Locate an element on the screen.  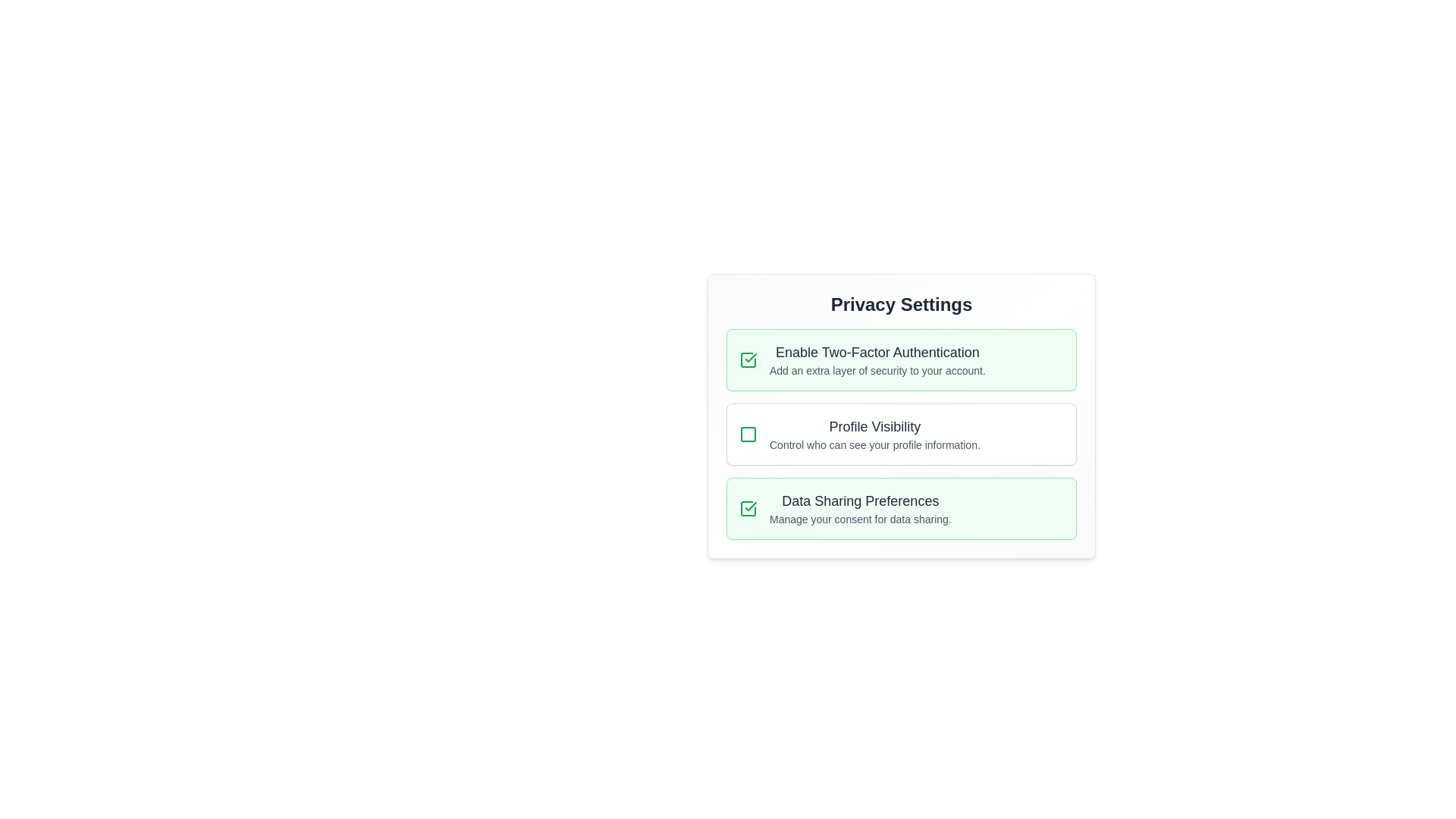
the text element reading 'Control who can see your profile information.' which is located beneath the 'Profile Visibility' section in the 'Privacy Settings' is located at coordinates (874, 444).